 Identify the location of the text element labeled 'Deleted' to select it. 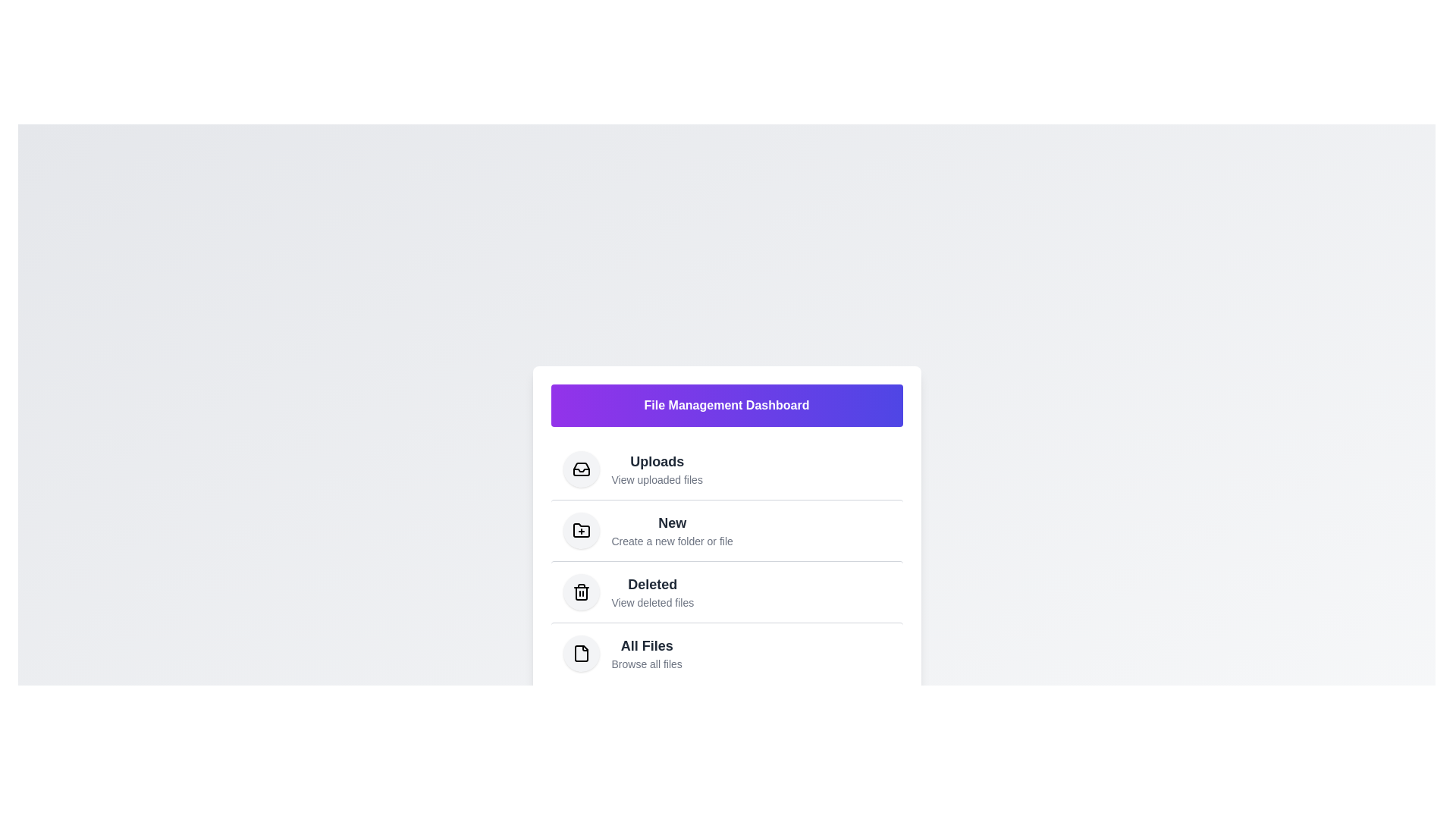
(652, 583).